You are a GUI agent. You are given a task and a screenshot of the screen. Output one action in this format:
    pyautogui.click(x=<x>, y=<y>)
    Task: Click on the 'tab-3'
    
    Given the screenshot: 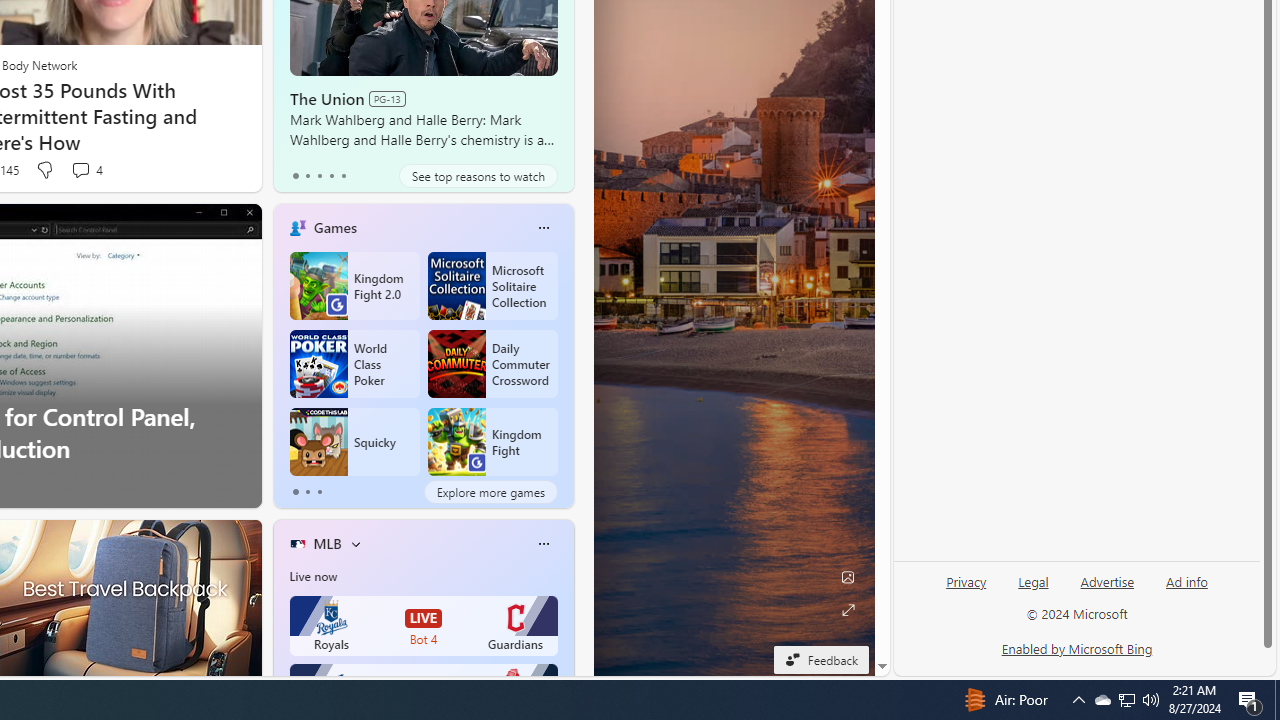 What is the action you would take?
    pyautogui.click(x=331, y=175)
    